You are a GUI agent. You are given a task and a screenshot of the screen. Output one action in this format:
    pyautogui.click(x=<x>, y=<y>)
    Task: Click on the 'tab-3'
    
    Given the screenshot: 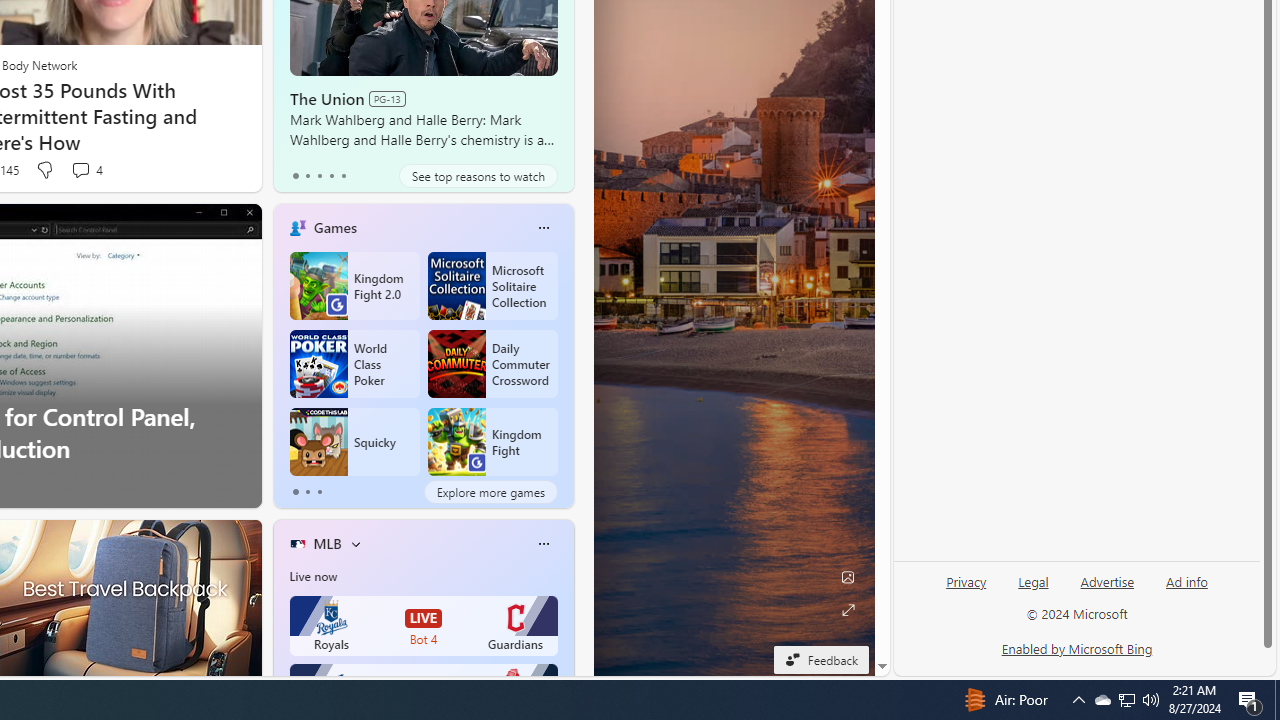 What is the action you would take?
    pyautogui.click(x=331, y=175)
    